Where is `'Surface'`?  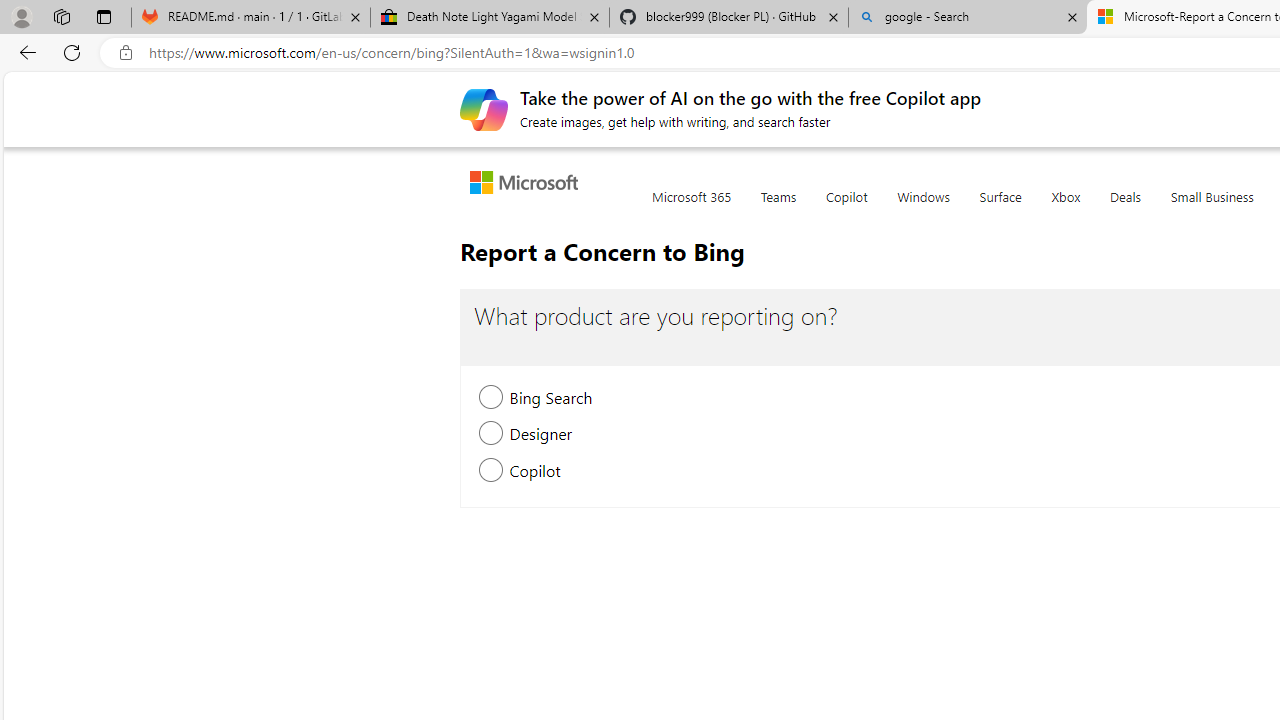
'Surface' is located at coordinates (1000, 208).